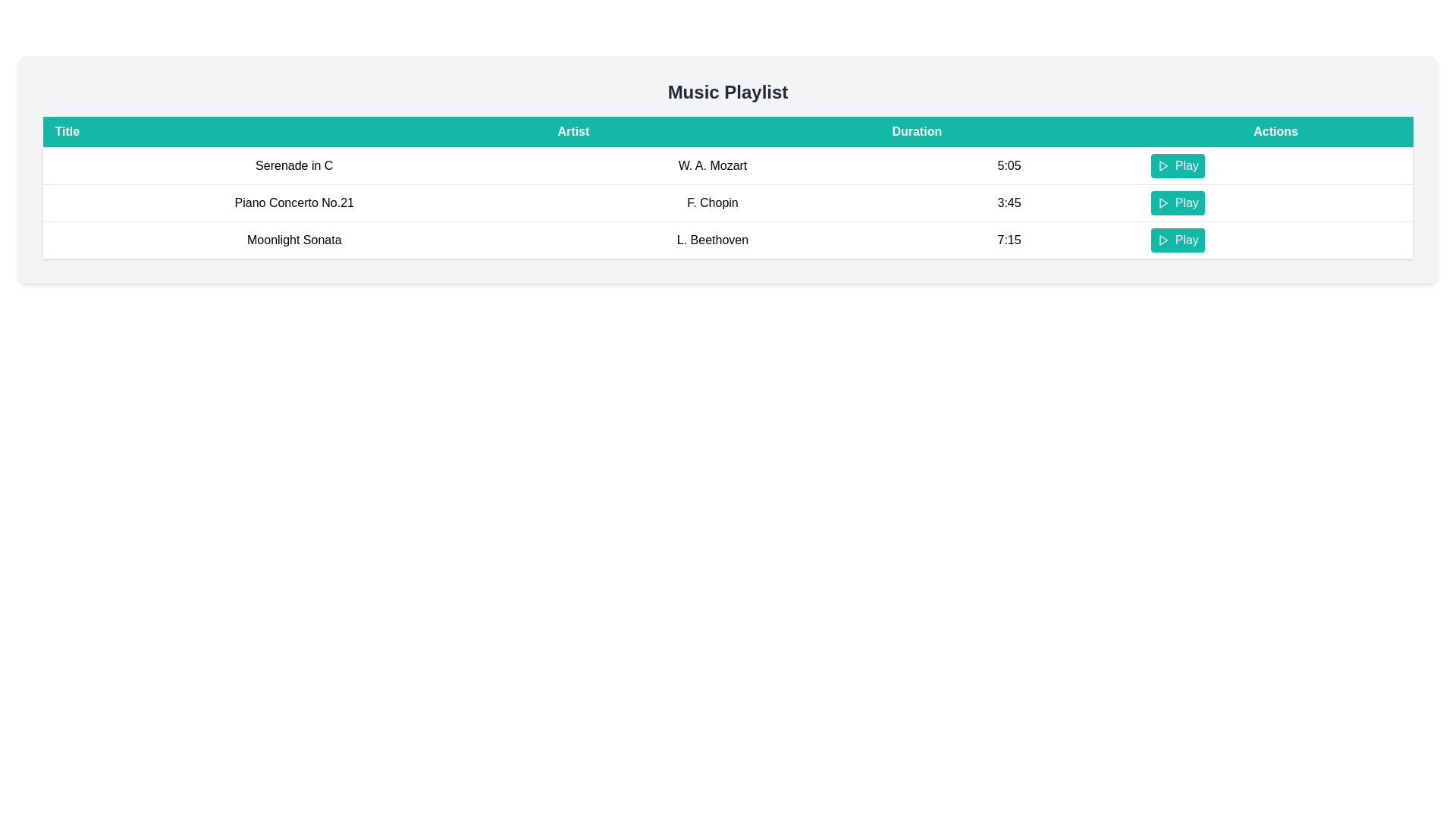  I want to click on the third 'Play' button located in the last row under the 'Actions' column of the playlist interface, so click(1177, 239).